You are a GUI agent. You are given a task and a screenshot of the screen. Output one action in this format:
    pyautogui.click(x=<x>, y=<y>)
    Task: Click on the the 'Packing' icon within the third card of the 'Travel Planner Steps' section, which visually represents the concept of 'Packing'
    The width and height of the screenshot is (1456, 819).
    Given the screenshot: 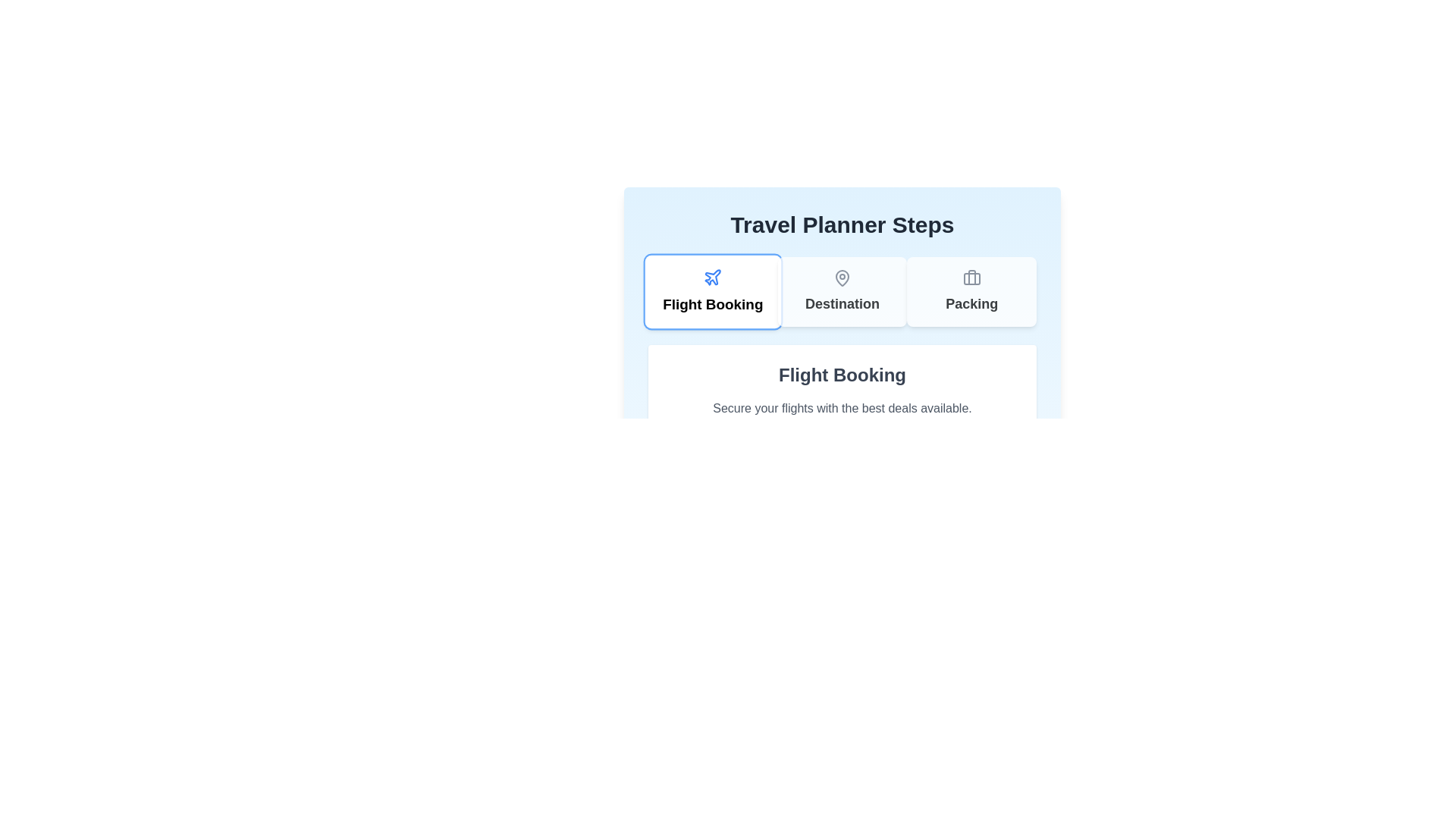 What is the action you would take?
    pyautogui.click(x=971, y=278)
    